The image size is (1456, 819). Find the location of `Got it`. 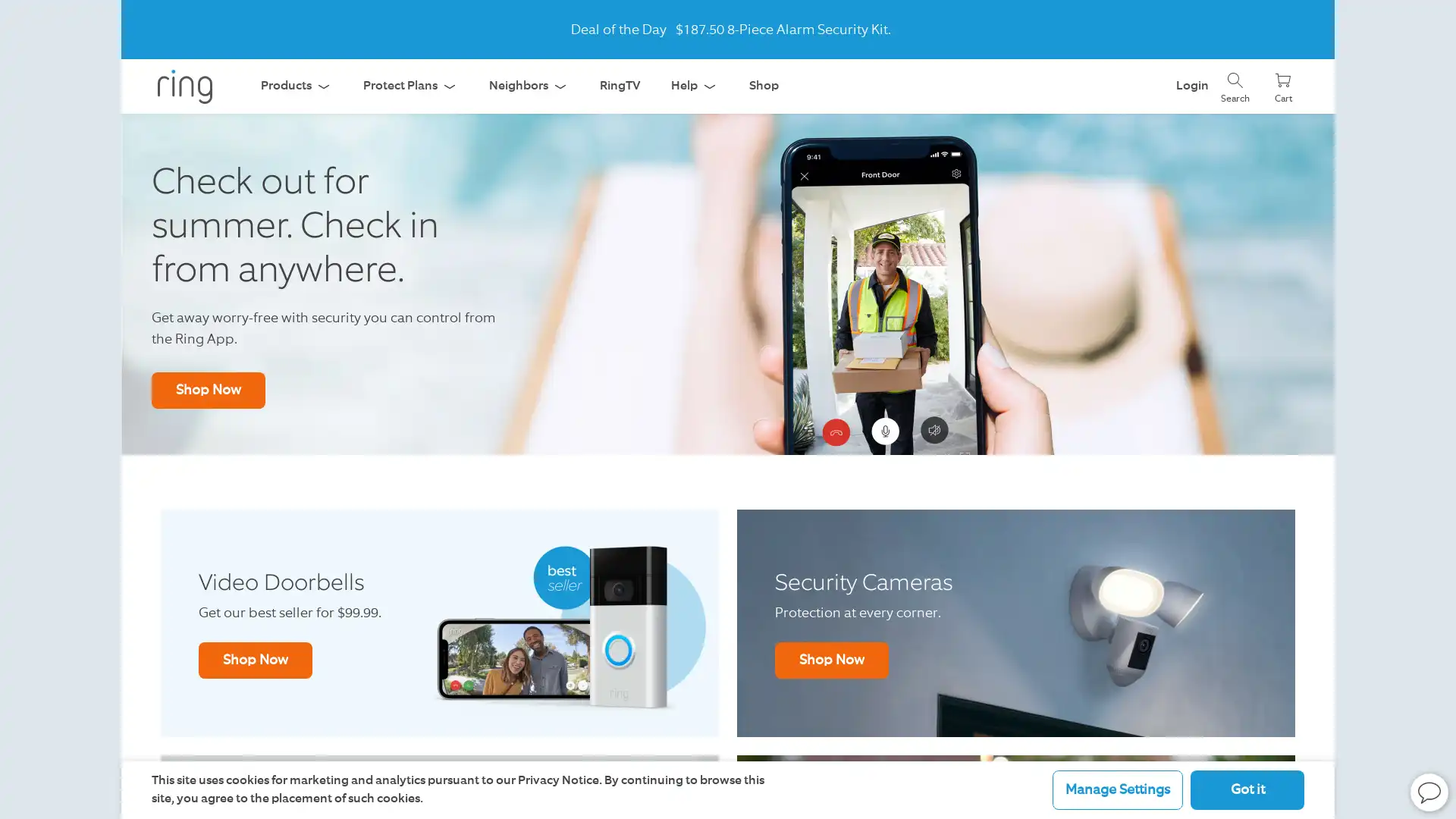

Got it is located at coordinates (1247, 789).